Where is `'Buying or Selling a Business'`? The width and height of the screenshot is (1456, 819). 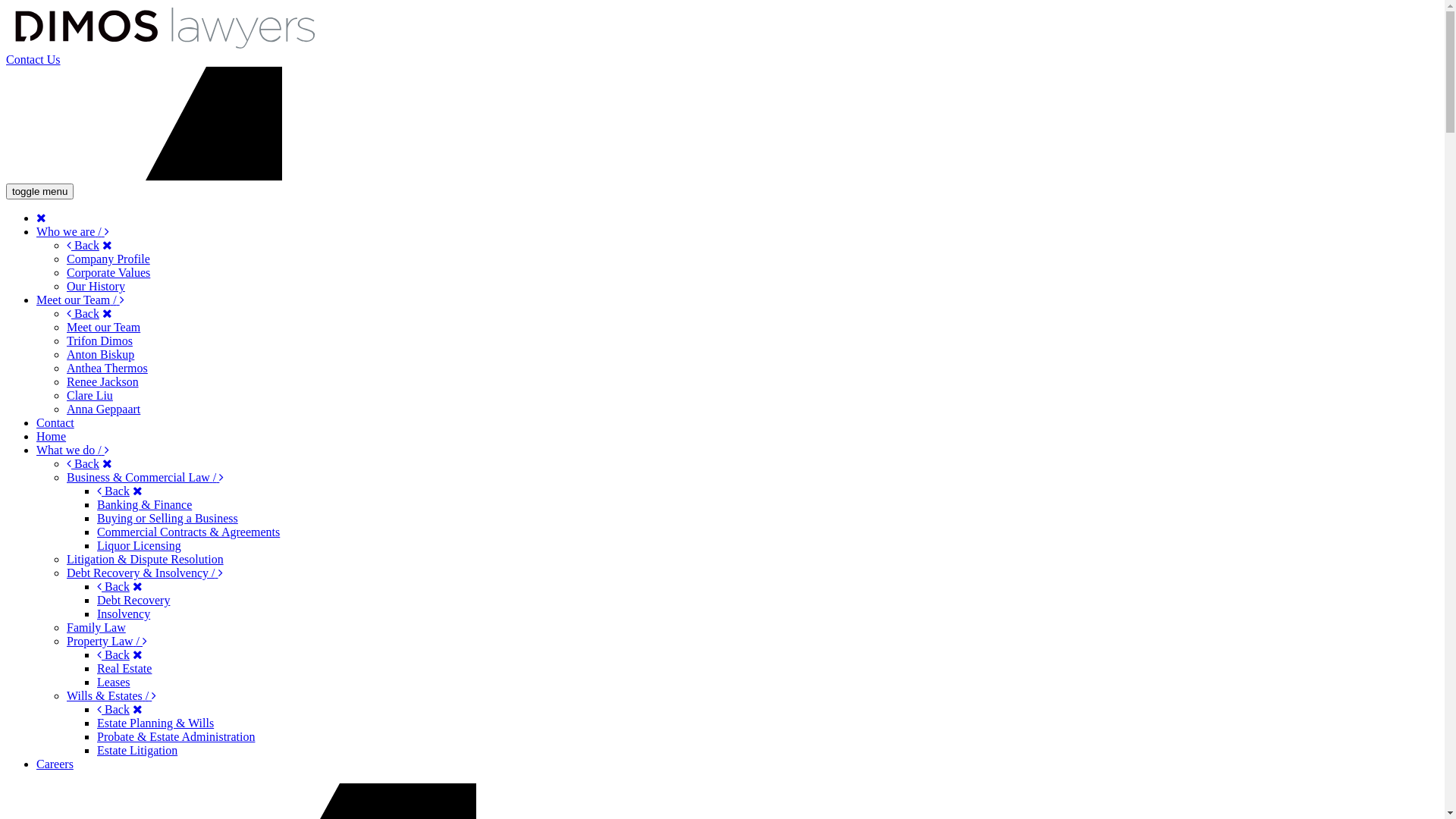 'Buying or Selling a Business' is located at coordinates (96, 517).